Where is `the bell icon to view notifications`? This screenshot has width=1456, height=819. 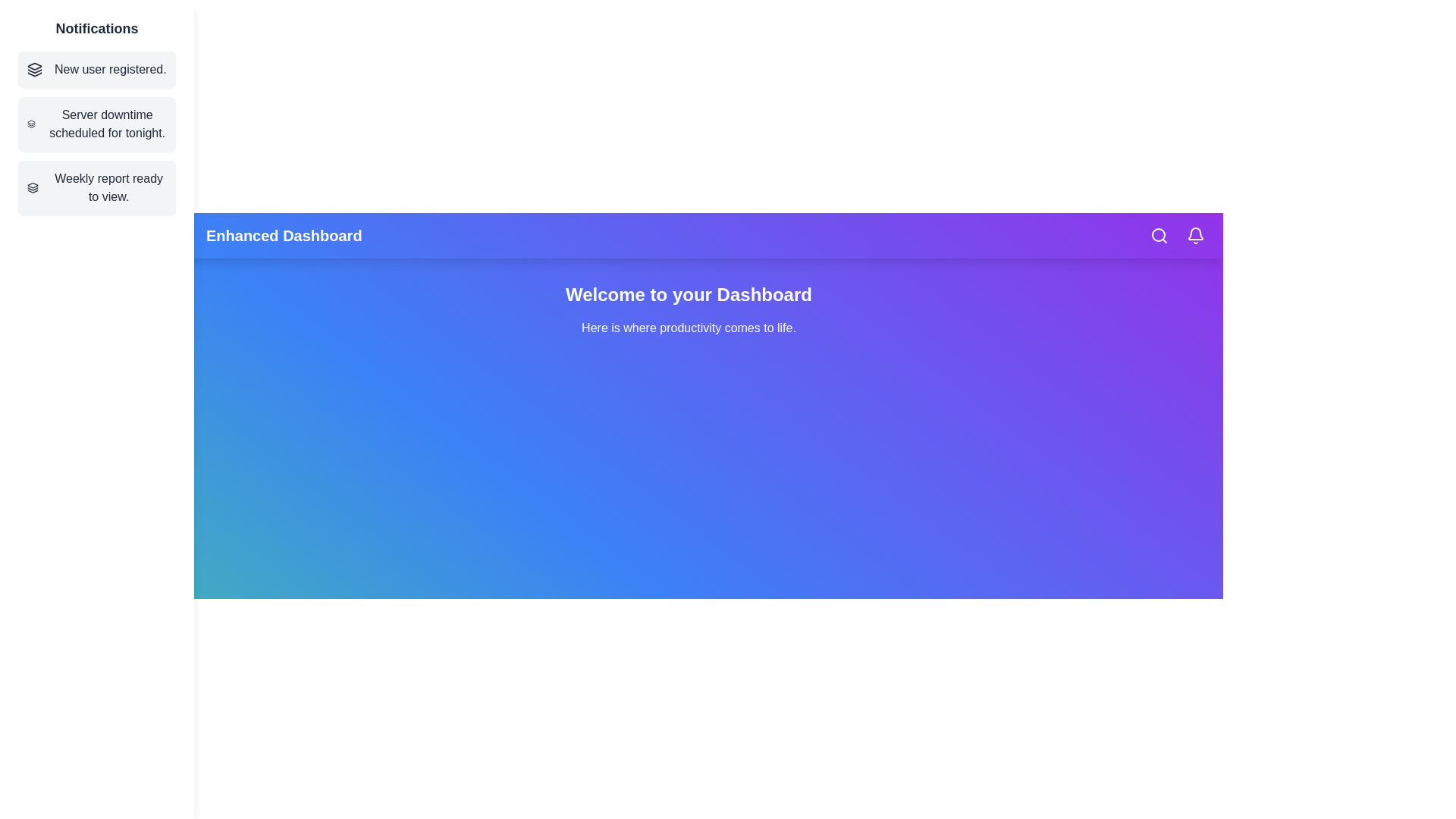
the bell icon to view notifications is located at coordinates (1195, 236).